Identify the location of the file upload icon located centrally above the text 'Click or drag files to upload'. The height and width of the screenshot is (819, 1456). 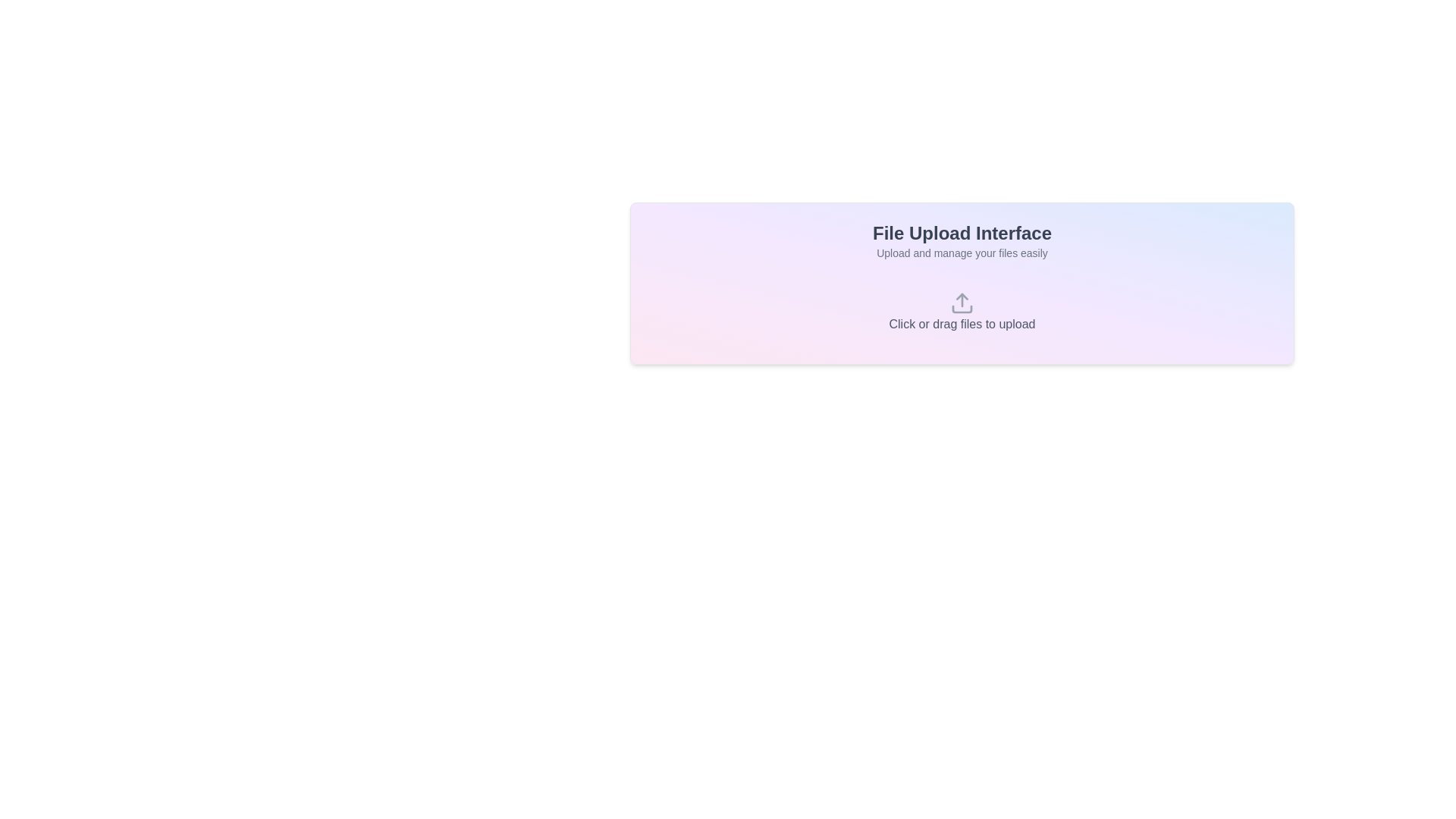
(961, 303).